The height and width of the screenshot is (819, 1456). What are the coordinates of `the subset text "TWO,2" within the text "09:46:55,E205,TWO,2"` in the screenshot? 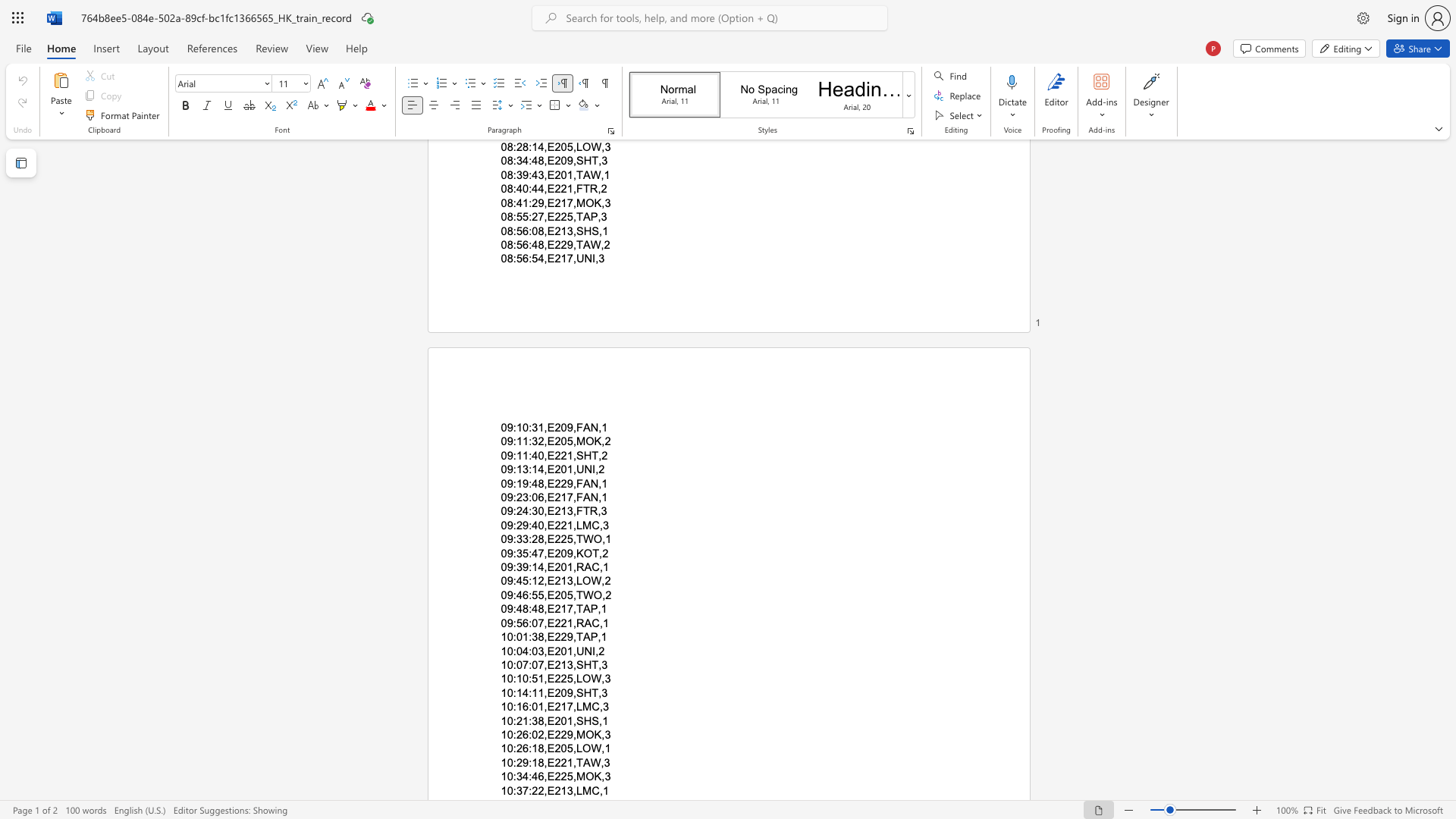 It's located at (575, 594).